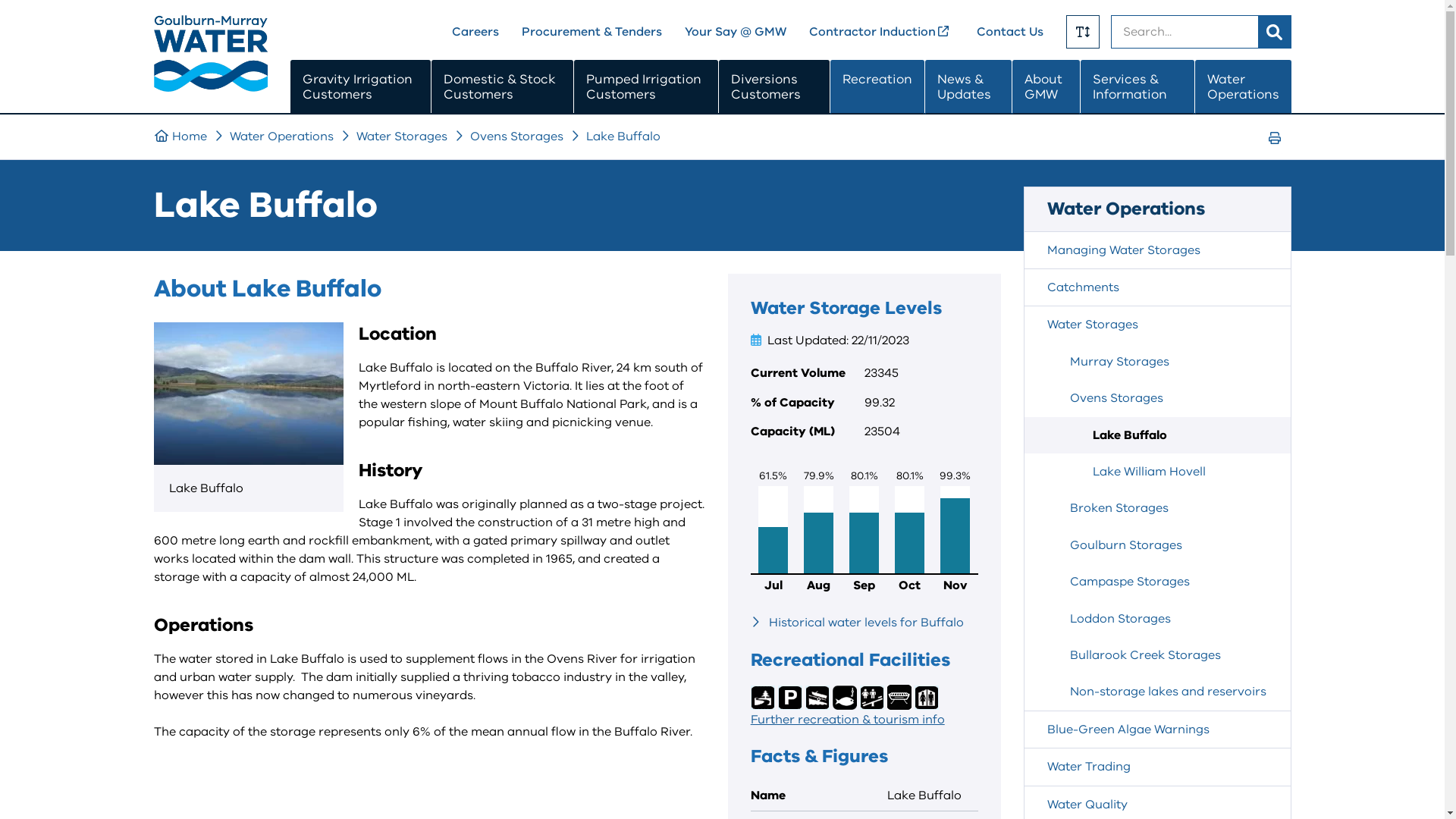  I want to click on 'Toggle Text Size', so click(1082, 32).